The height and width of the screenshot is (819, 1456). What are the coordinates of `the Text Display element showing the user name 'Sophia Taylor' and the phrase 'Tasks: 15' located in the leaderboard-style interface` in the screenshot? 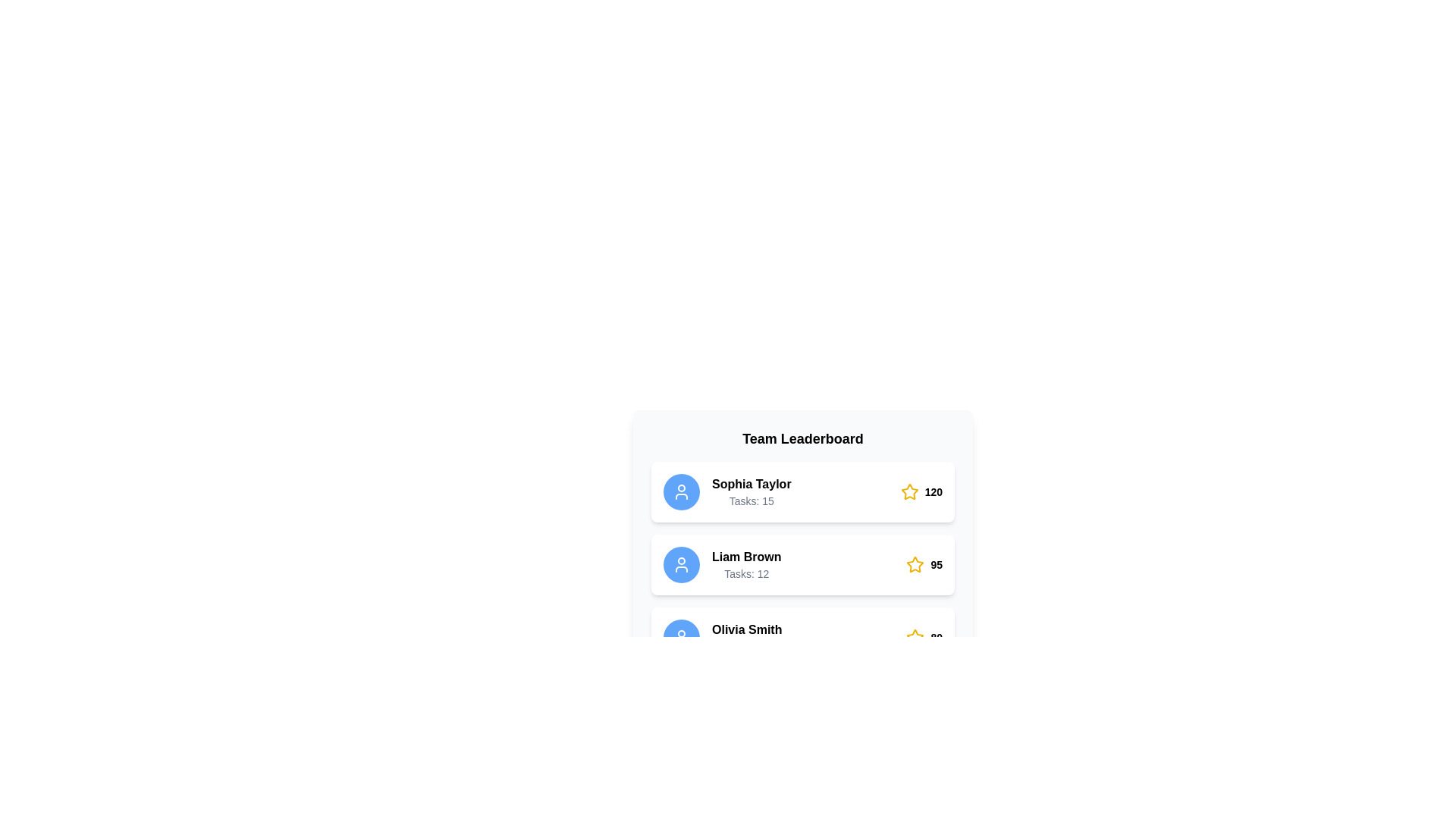 It's located at (752, 491).